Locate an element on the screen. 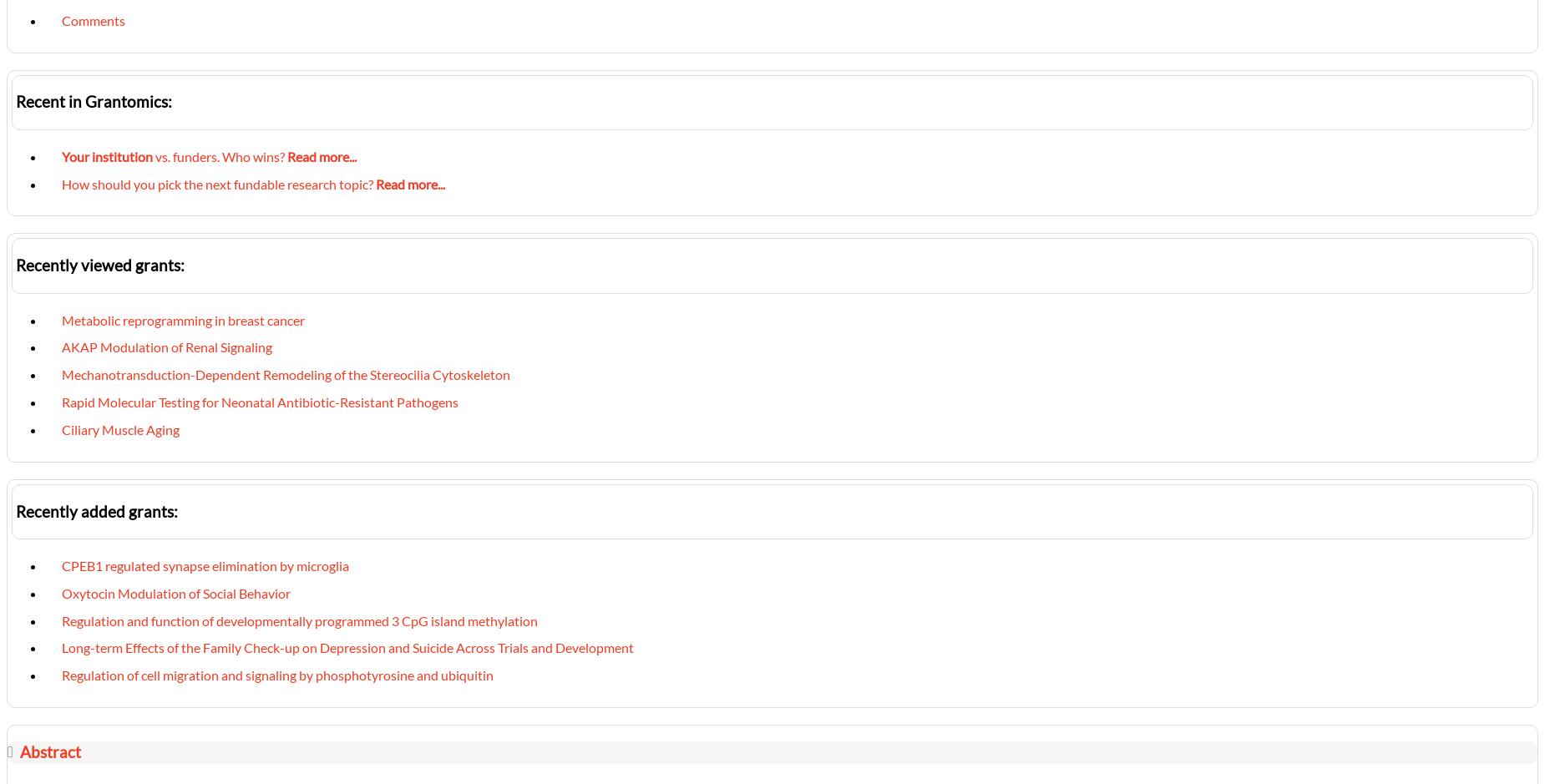 This screenshot has height=784, width=1545. 'Mechanotransduction-Dependent Remodeling of the Stereocilia Cytoskeleton' is located at coordinates (285, 374).